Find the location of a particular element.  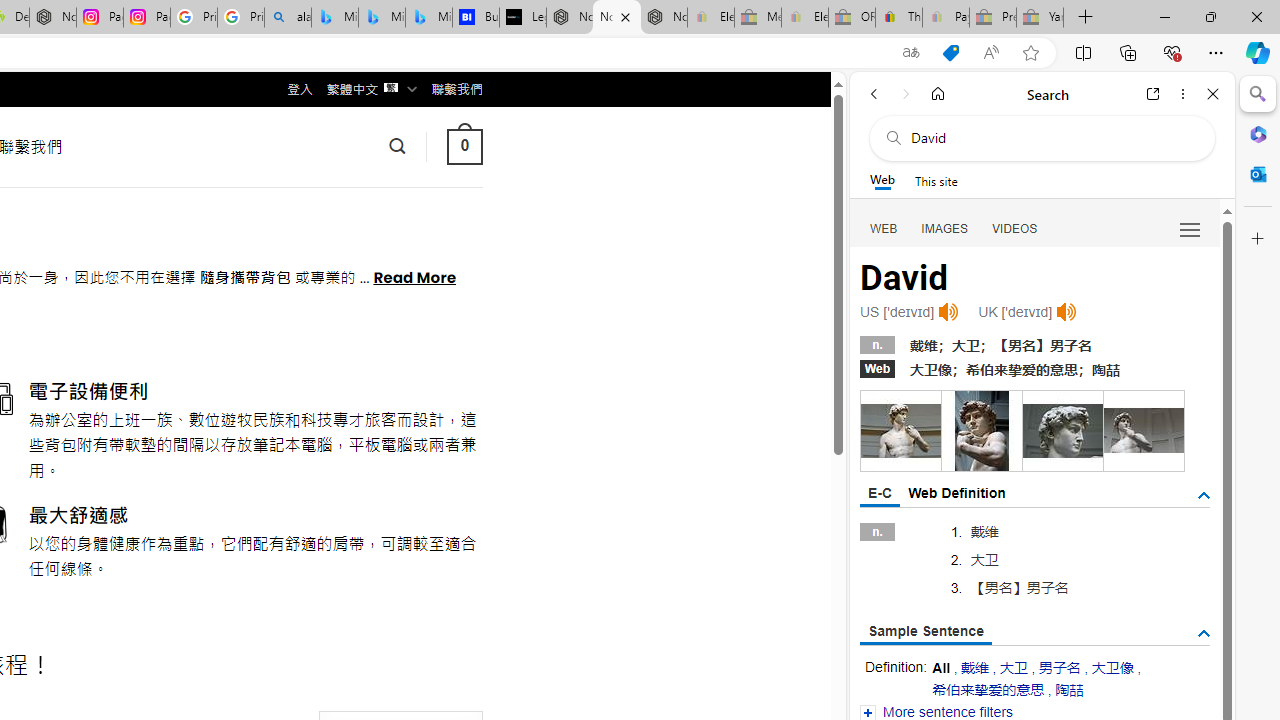

'Web scope' is located at coordinates (881, 180).